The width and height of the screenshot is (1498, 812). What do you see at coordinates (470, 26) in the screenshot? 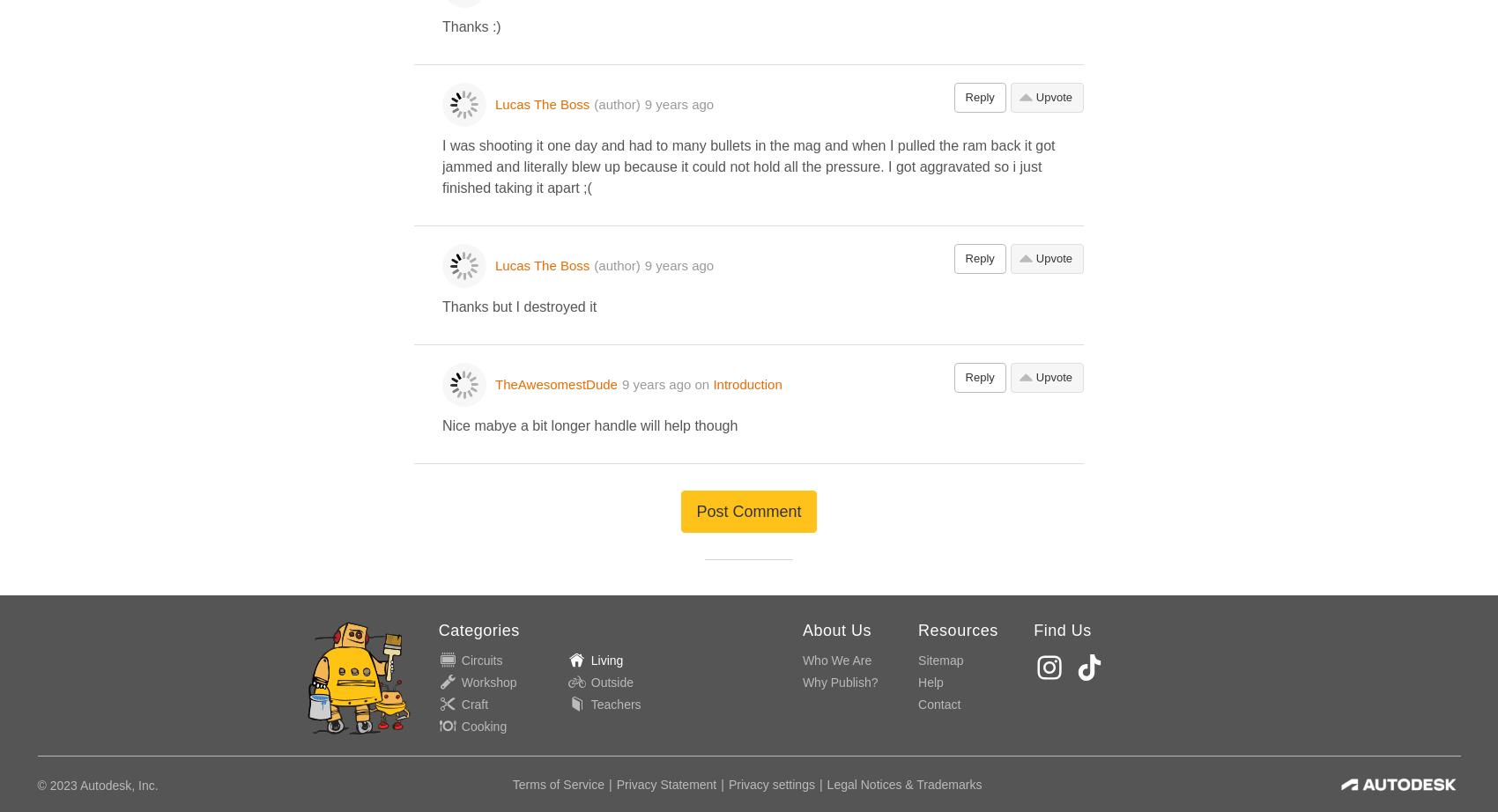
I see `'Thanks :)'` at bounding box center [470, 26].